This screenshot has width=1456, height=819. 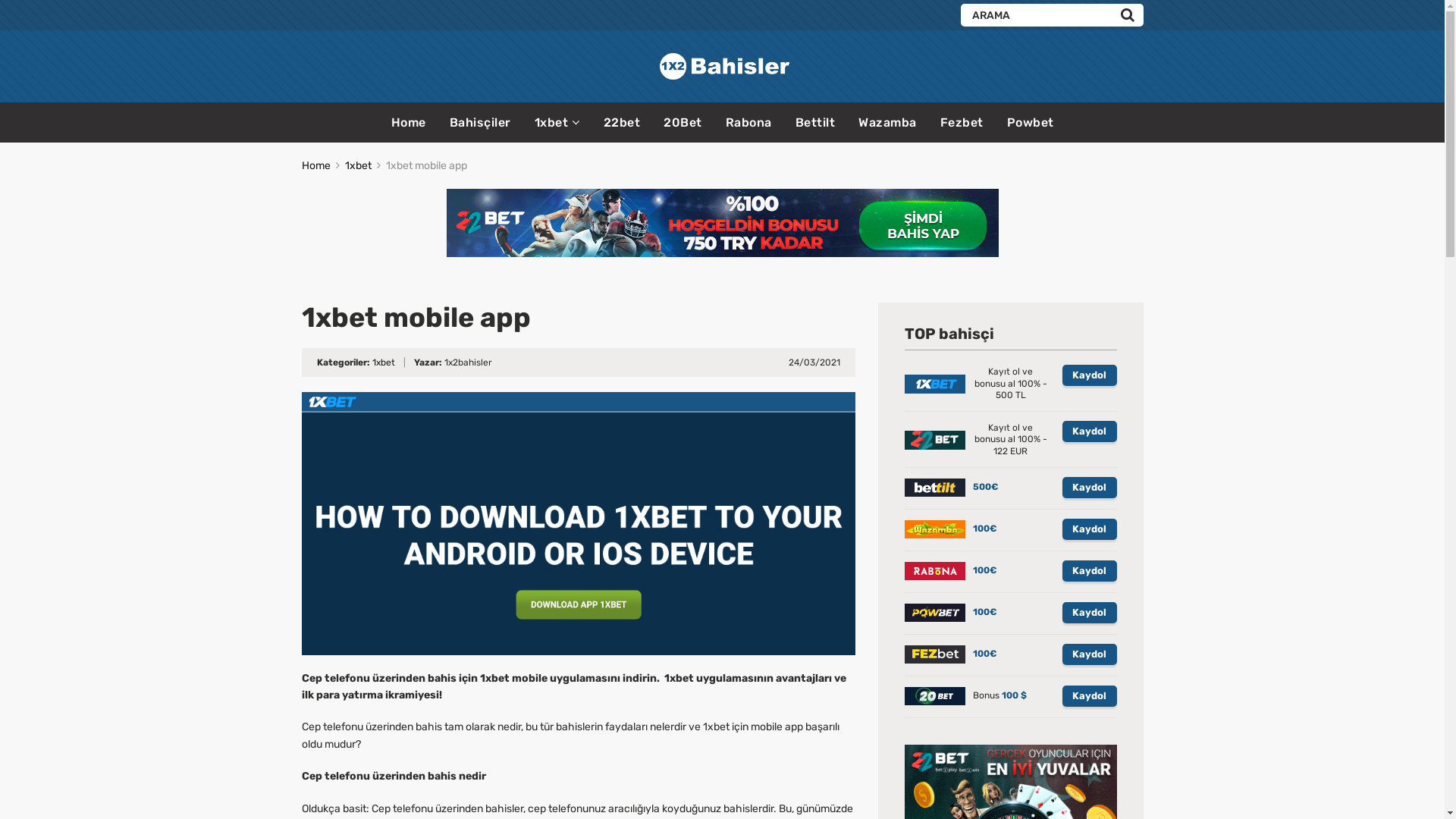 What do you see at coordinates (356, 165) in the screenshot?
I see `'1xbet'` at bounding box center [356, 165].